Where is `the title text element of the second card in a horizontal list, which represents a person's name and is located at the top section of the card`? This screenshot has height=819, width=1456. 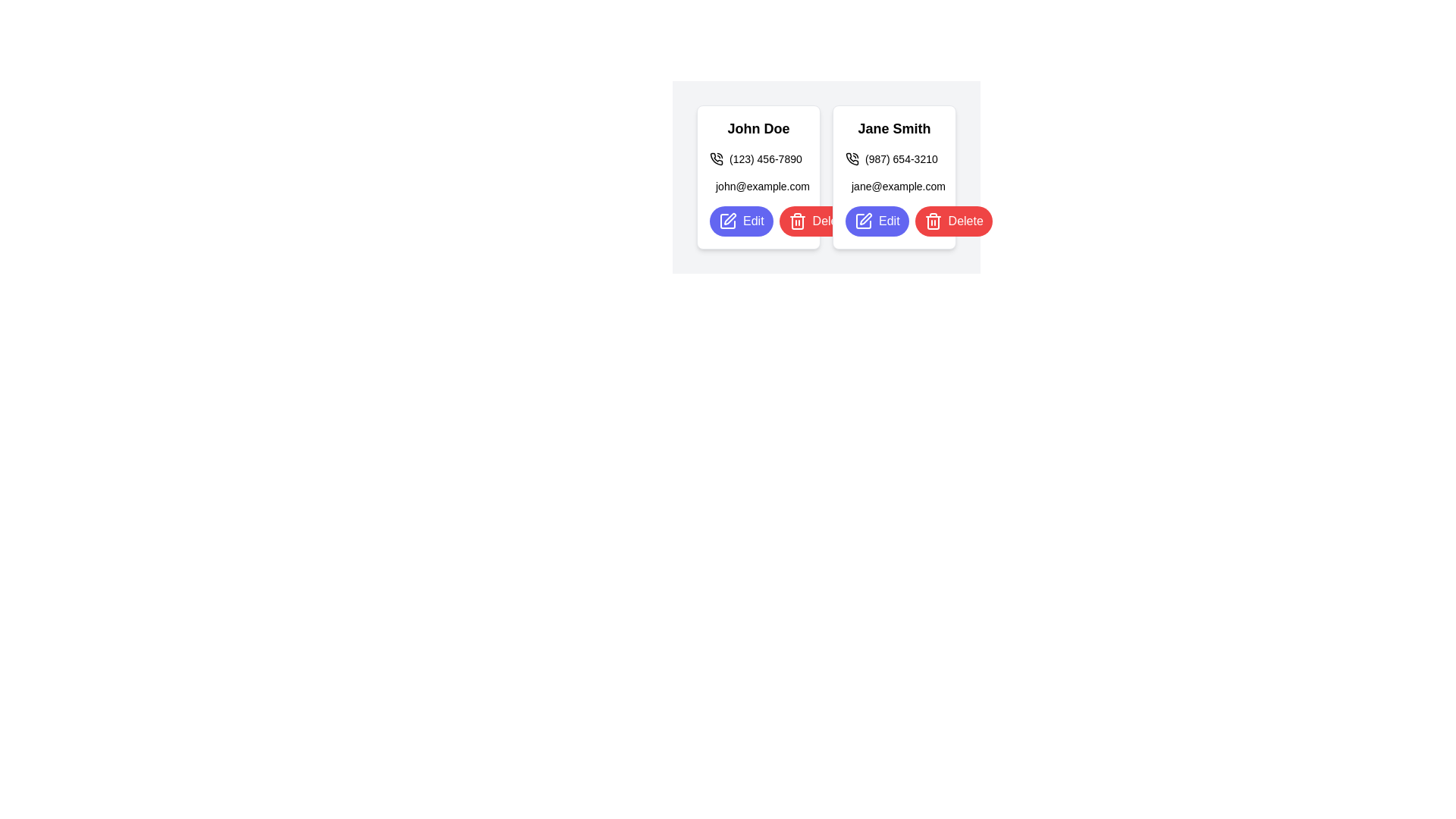
the title text element of the second card in a horizontal list, which represents a person's name and is located at the top section of the card is located at coordinates (894, 127).